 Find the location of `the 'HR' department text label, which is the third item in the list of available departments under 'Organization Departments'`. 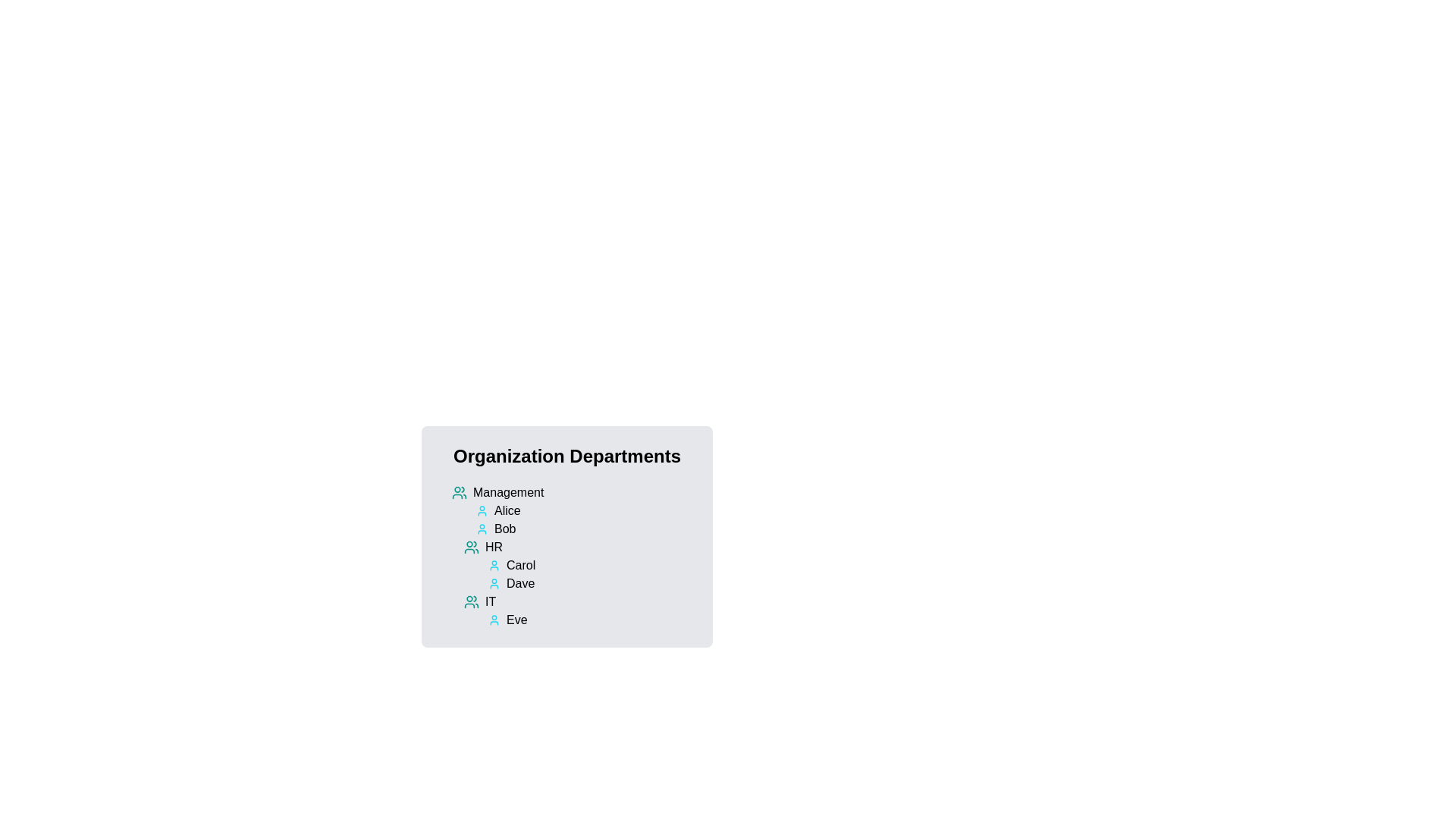

the 'HR' department text label, which is the third item in the list of available departments under 'Organization Departments' is located at coordinates (494, 547).